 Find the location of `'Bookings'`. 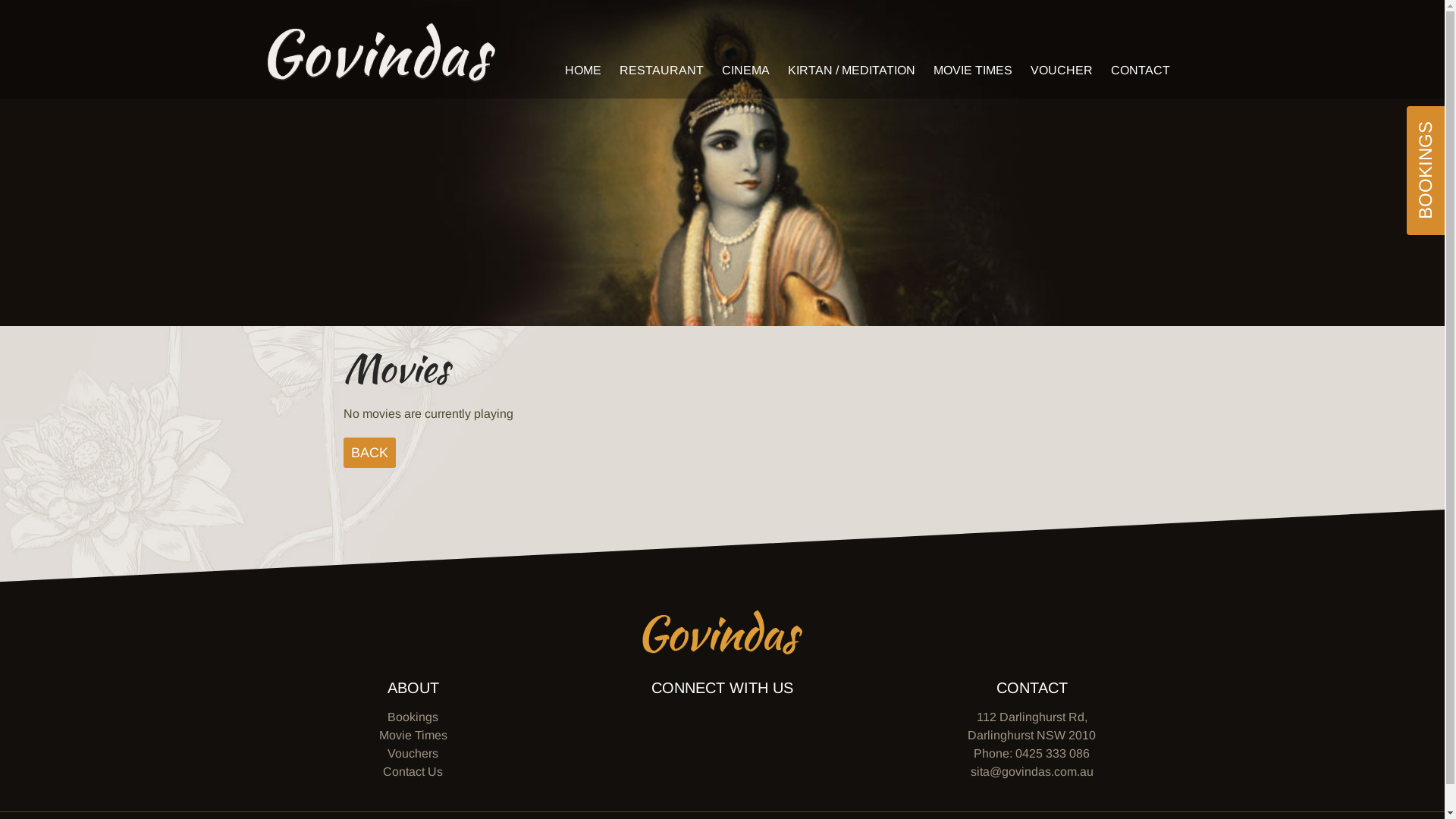

'Bookings' is located at coordinates (413, 717).